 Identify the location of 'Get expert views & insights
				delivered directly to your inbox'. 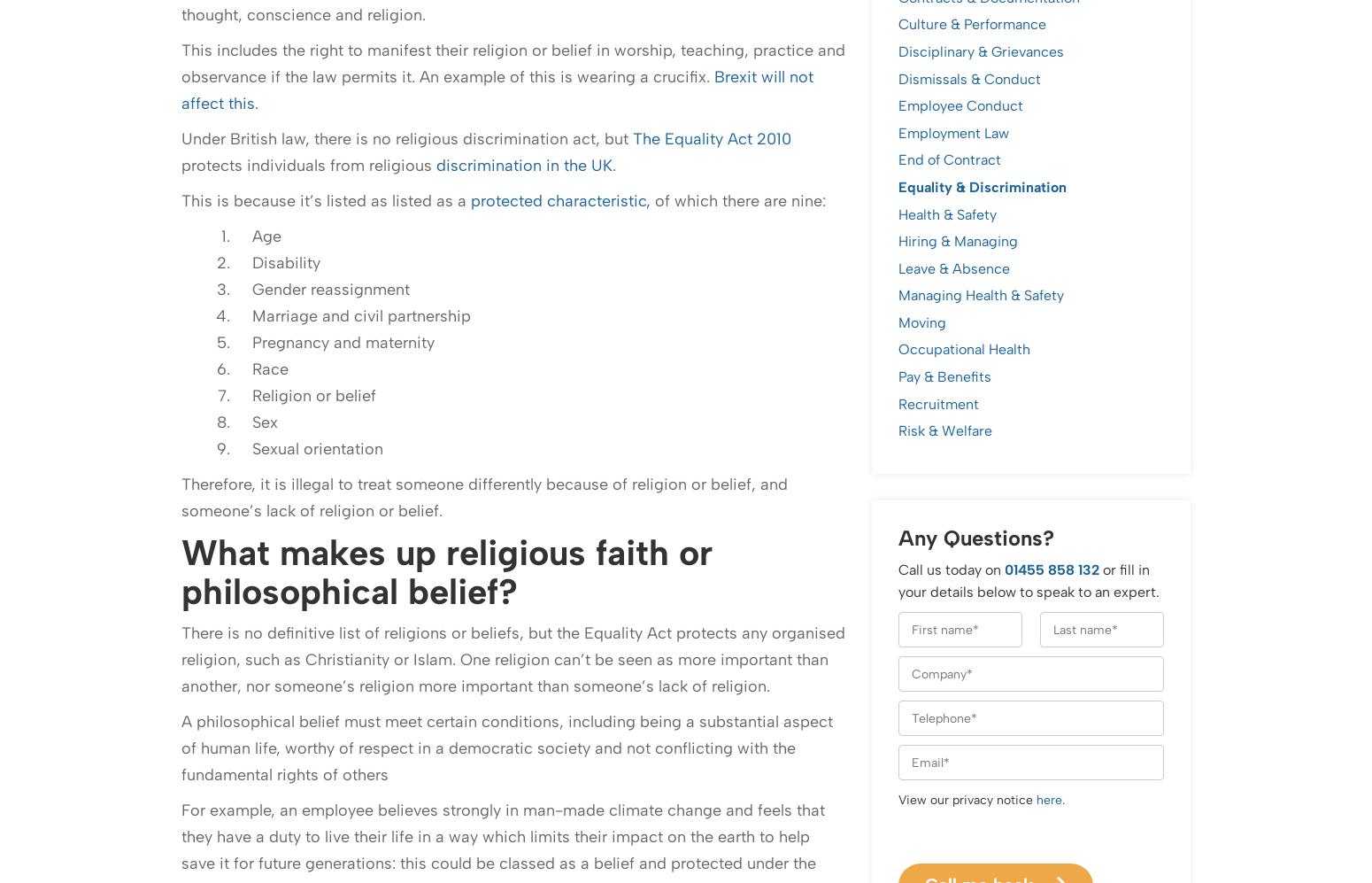
(435, 438).